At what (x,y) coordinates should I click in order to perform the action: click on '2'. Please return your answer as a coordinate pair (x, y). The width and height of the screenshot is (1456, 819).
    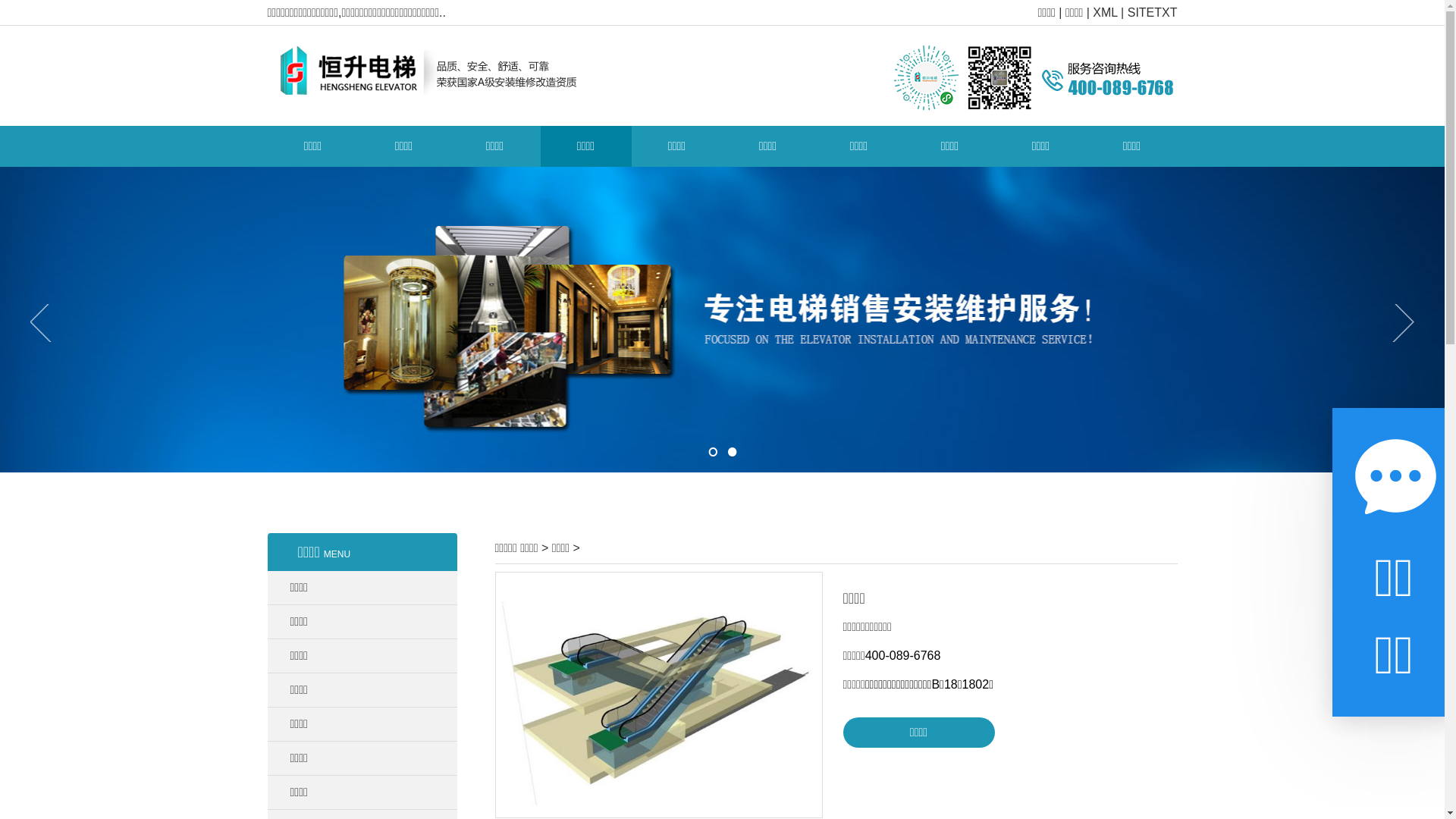
    Looking at the image, I should click on (726, 451).